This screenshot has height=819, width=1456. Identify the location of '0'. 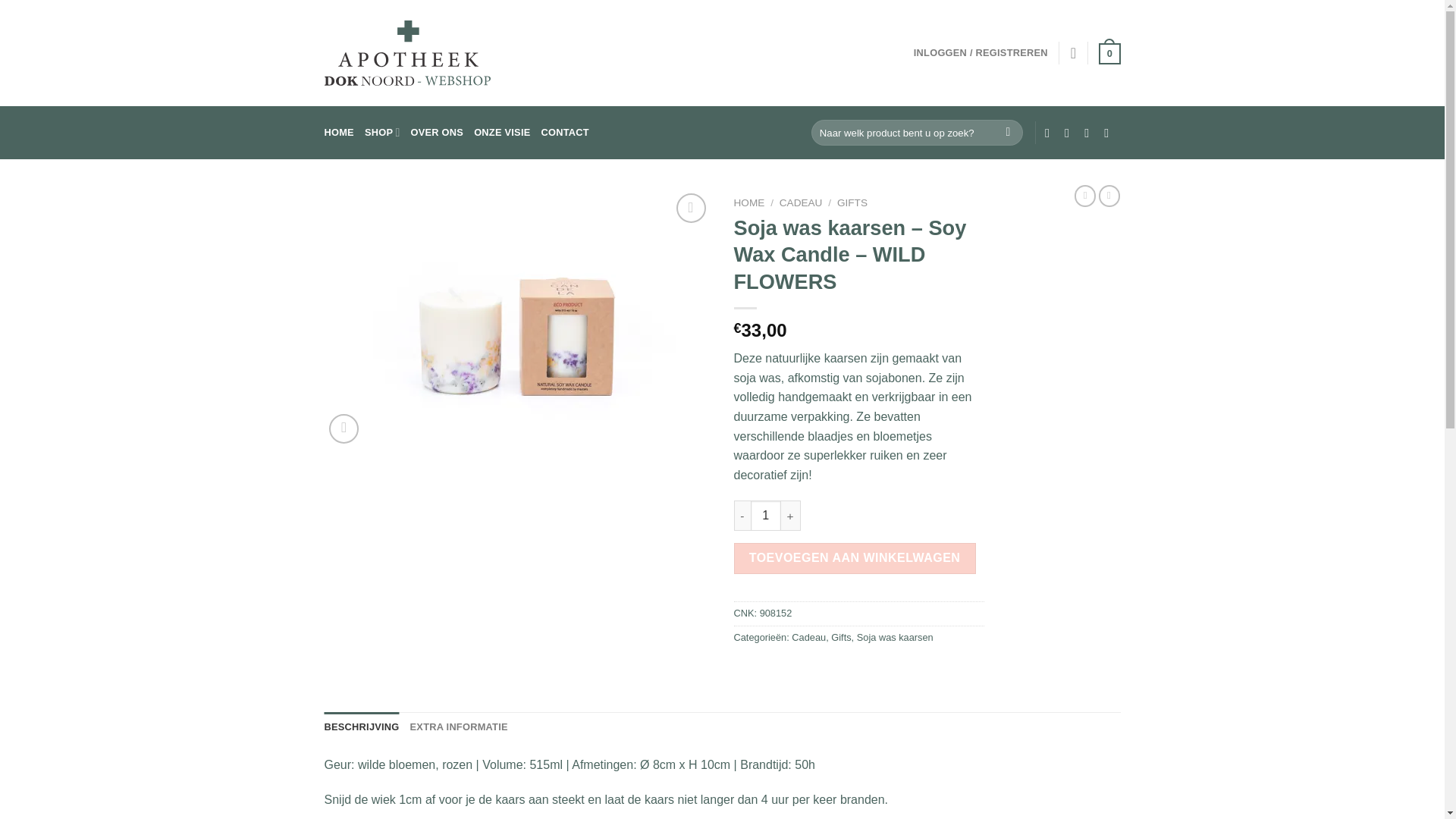
(1109, 52).